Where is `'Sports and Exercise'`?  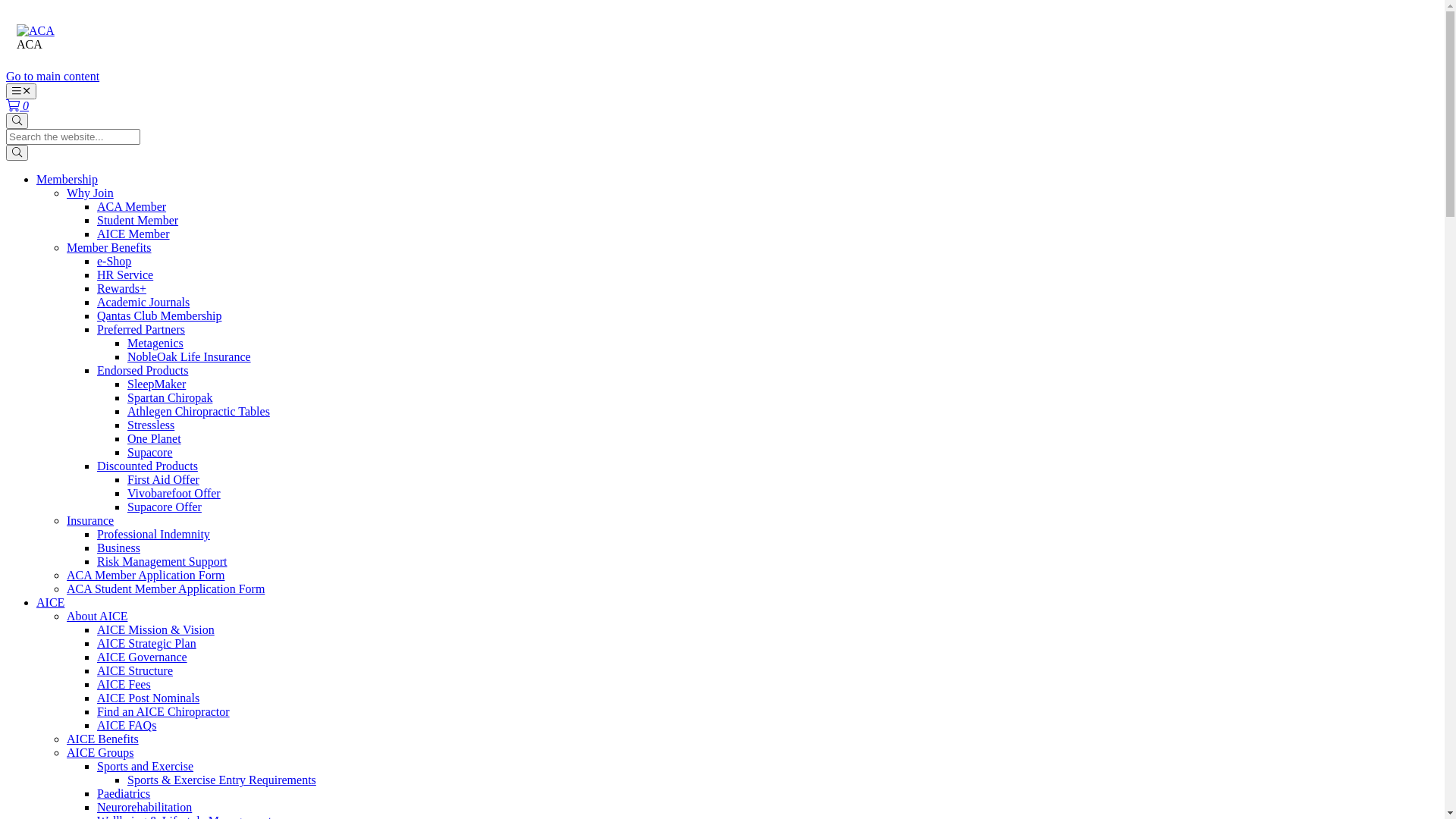 'Sports and Exercise' is located at coordinates (145, 766).